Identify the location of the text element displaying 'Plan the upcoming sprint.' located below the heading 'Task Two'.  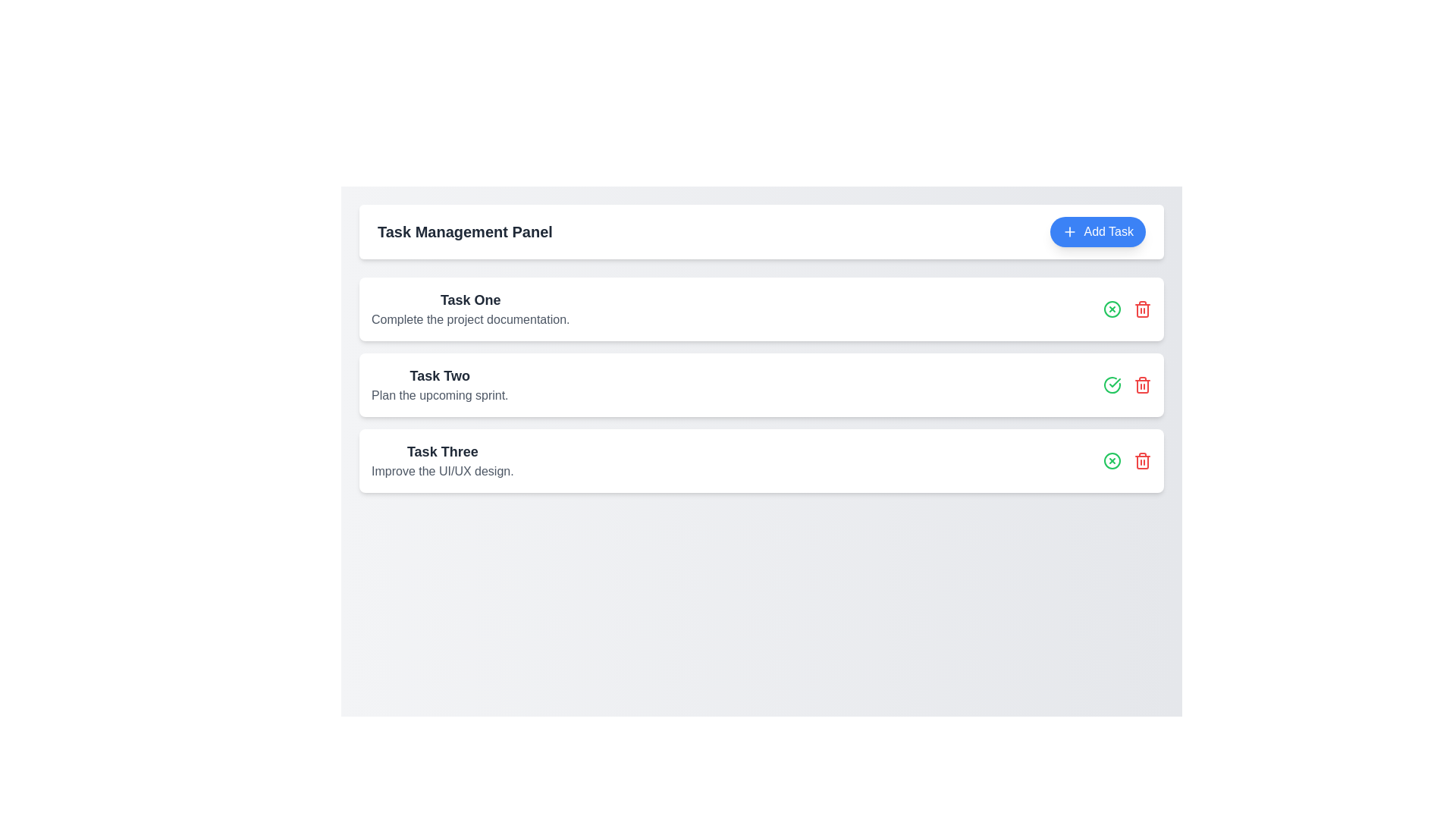
(439, 394).